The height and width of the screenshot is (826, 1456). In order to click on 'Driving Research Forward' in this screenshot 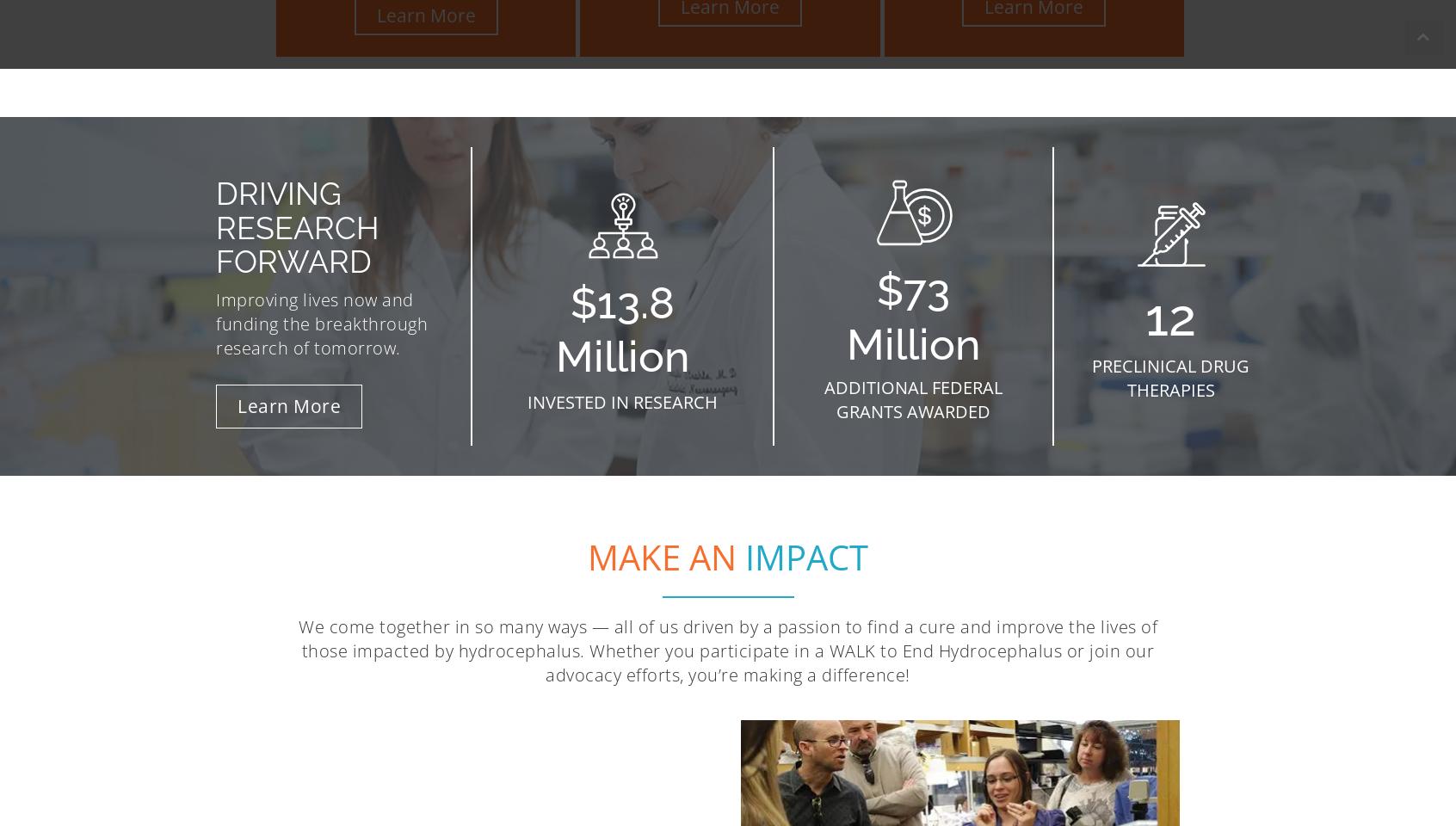, I will do `click(297, 226)`.